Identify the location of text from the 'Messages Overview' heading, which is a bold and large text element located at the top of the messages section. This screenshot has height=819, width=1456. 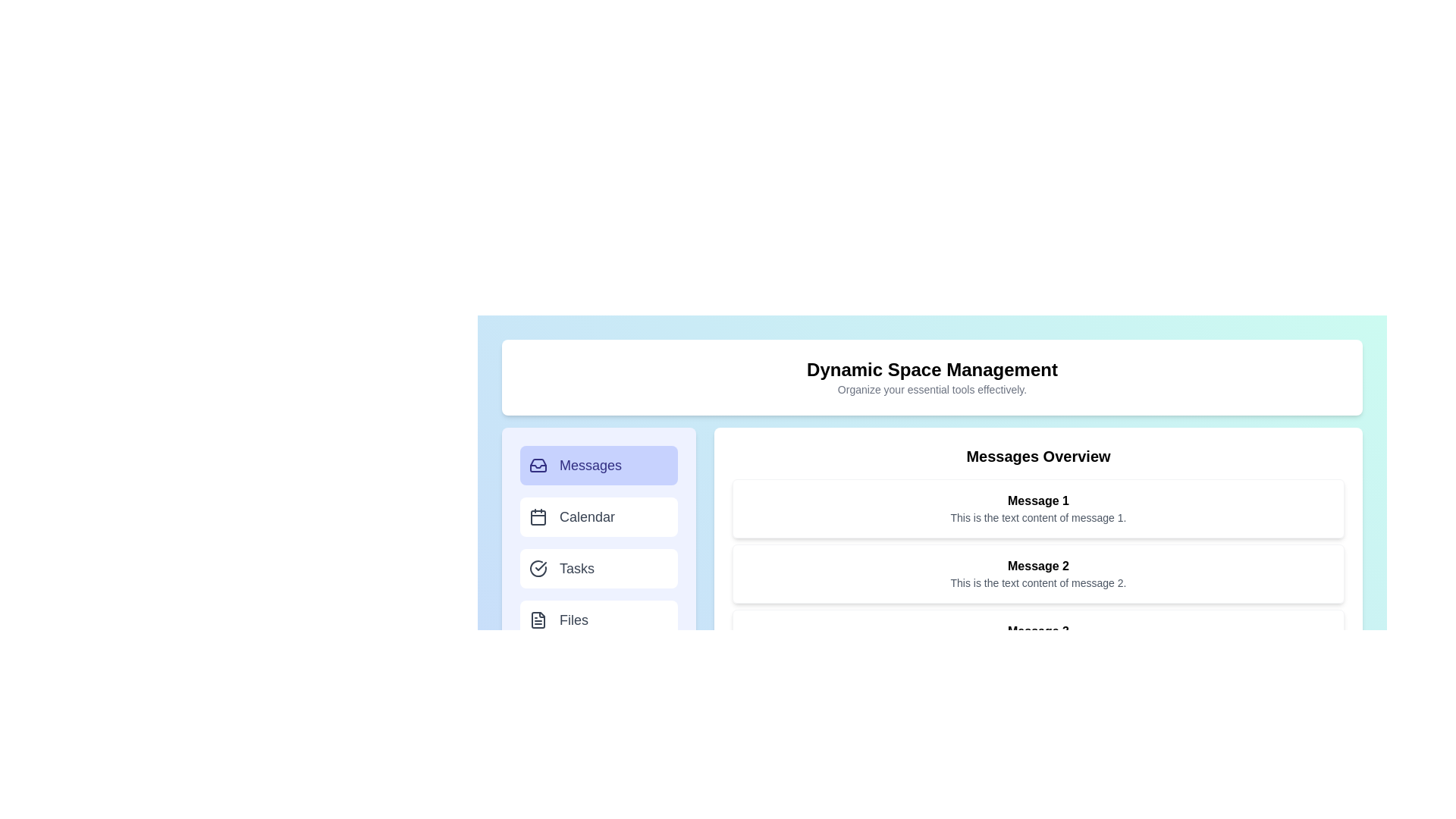
(1037, 455).